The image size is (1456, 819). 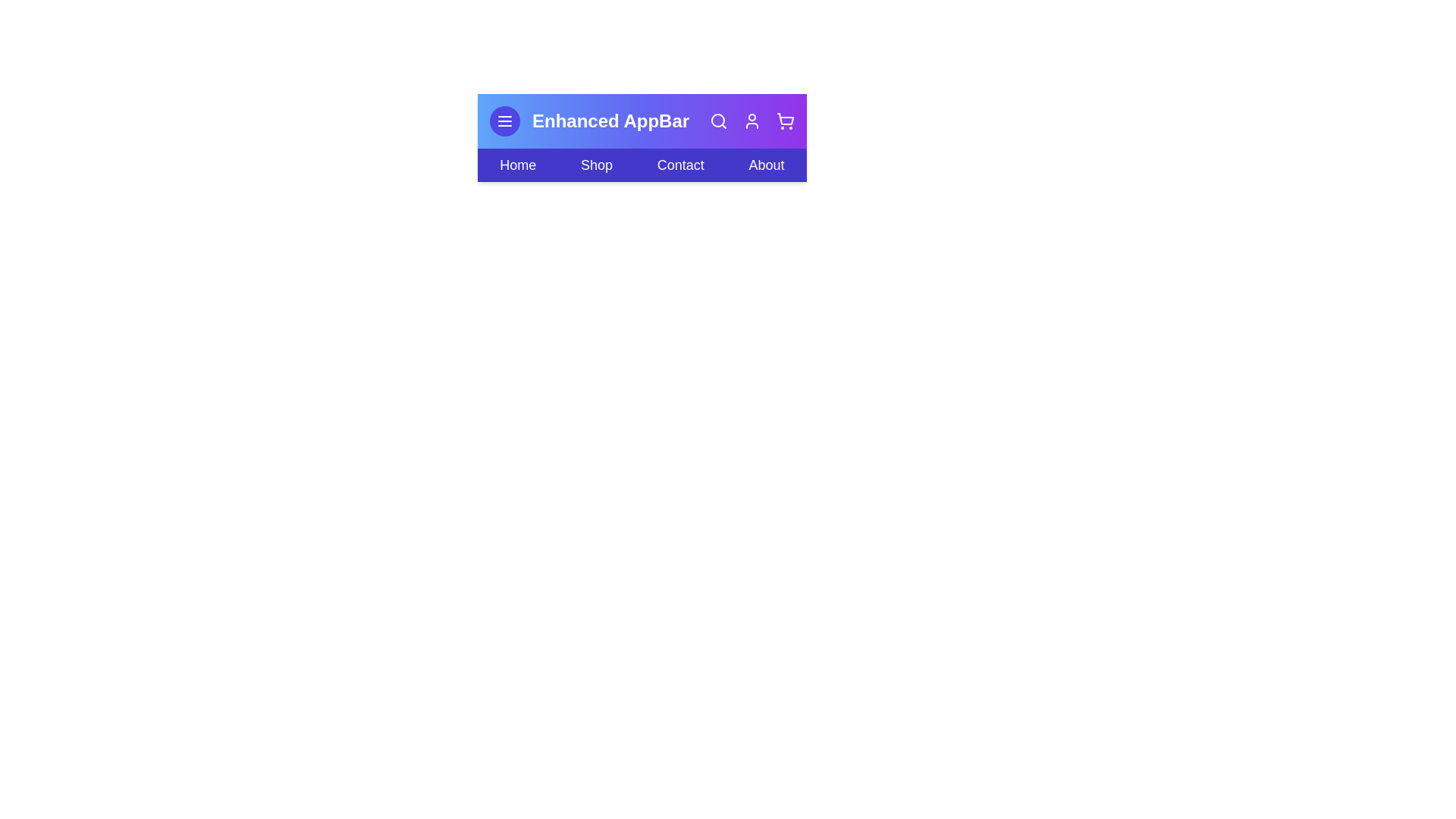 What do you see at coordinates (752, 120) in the screenshot?
I see `the user icon to access user-related actions` at bounding box center [752, 120].